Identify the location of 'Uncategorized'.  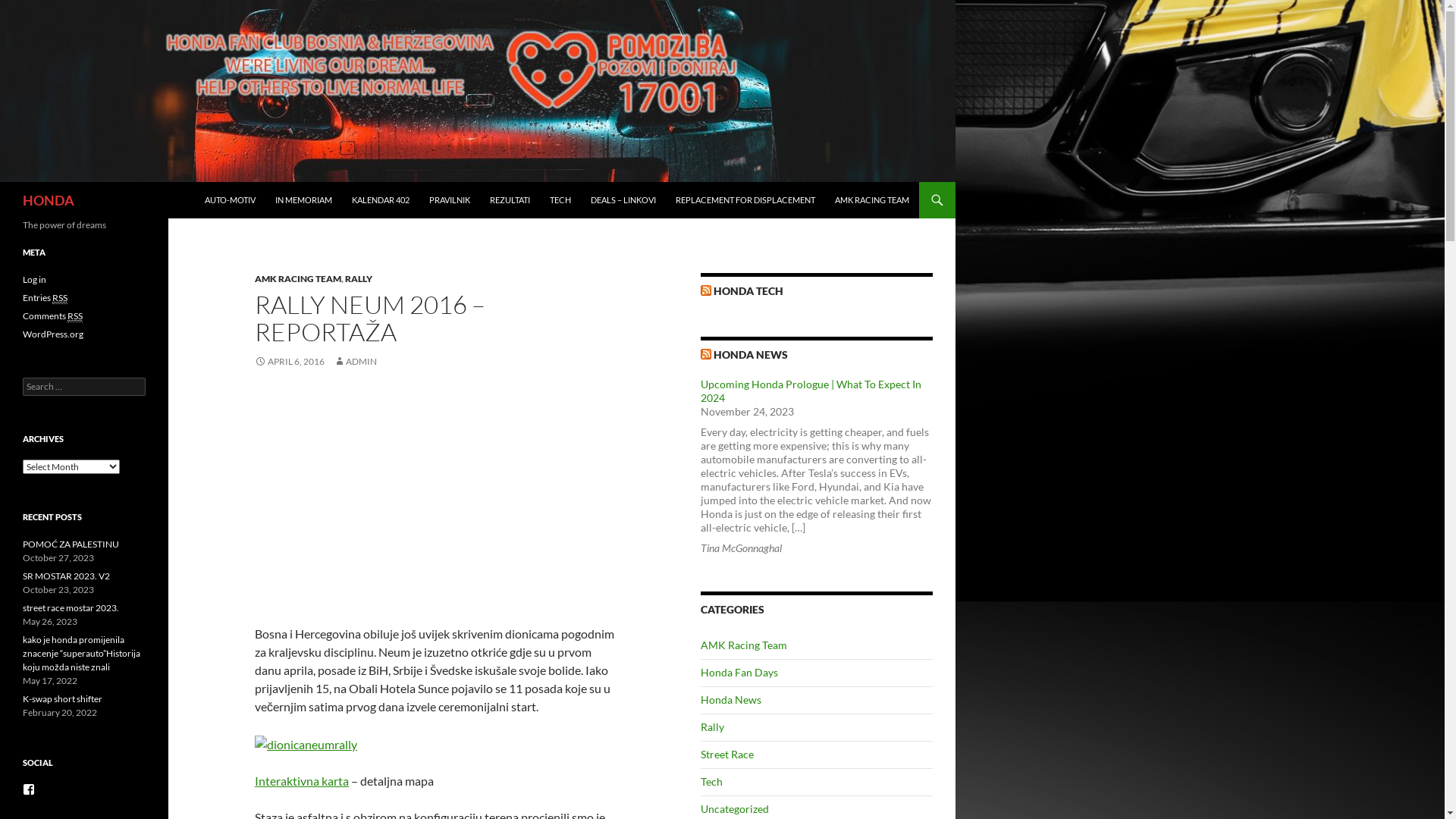
(735, 808).